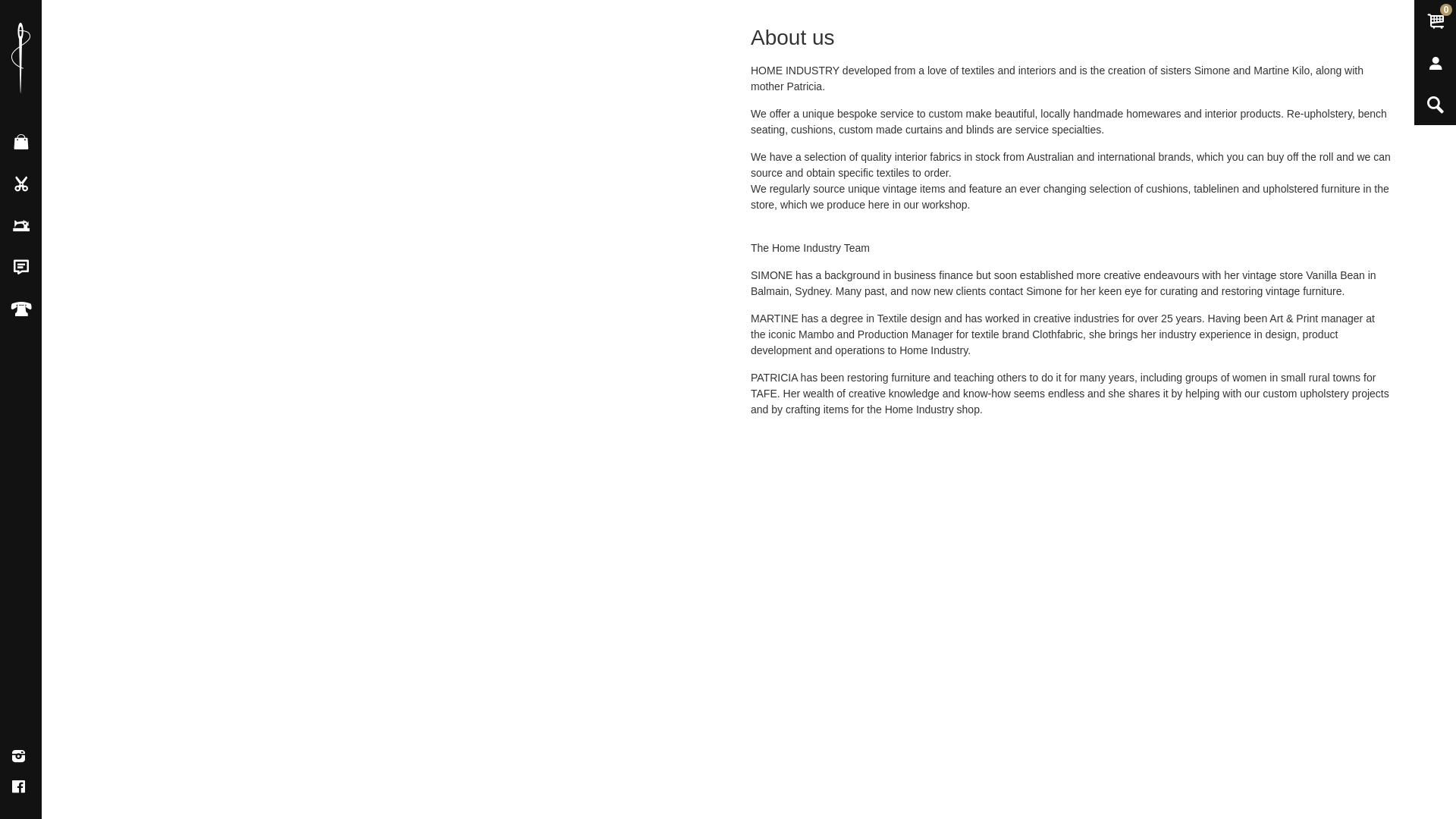 The image size is (1456, 819). Describe the element at coordinates (18, 757) in the screenshot. I see `'Instagram'` at that location.